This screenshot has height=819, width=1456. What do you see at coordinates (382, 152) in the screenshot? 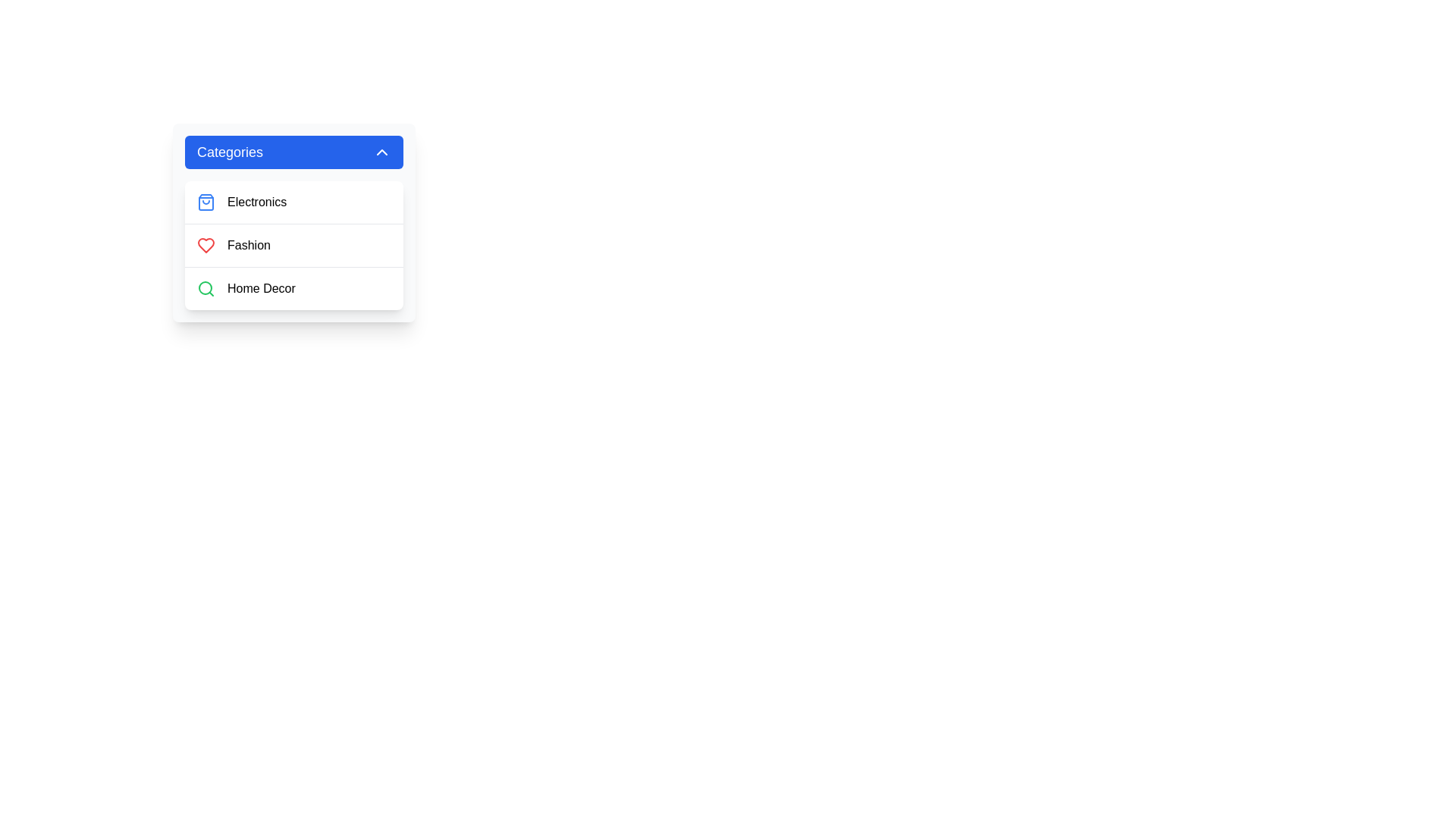
I see `the upward-pointing chevron icon located at the right end of the blue button labeled 'Categories'` at bounding box center [382, 152].